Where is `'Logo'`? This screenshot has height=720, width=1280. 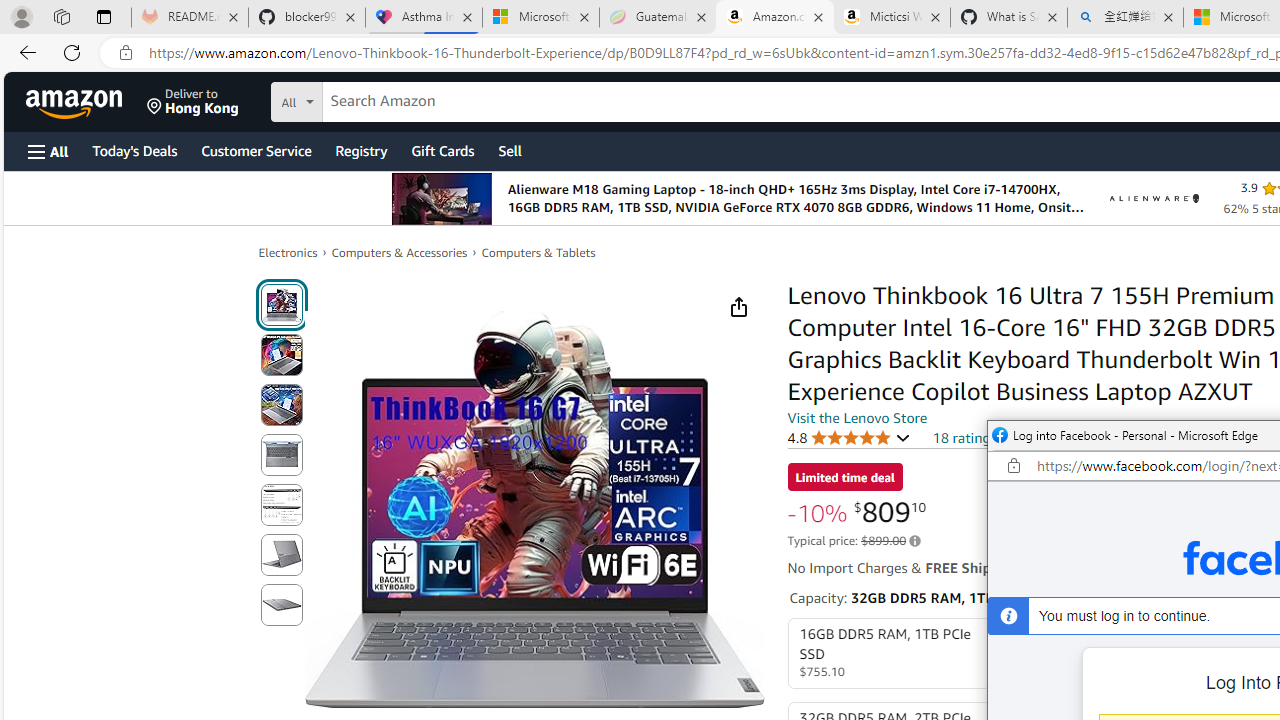
'Logo' is located at coordinates (1153, 198).